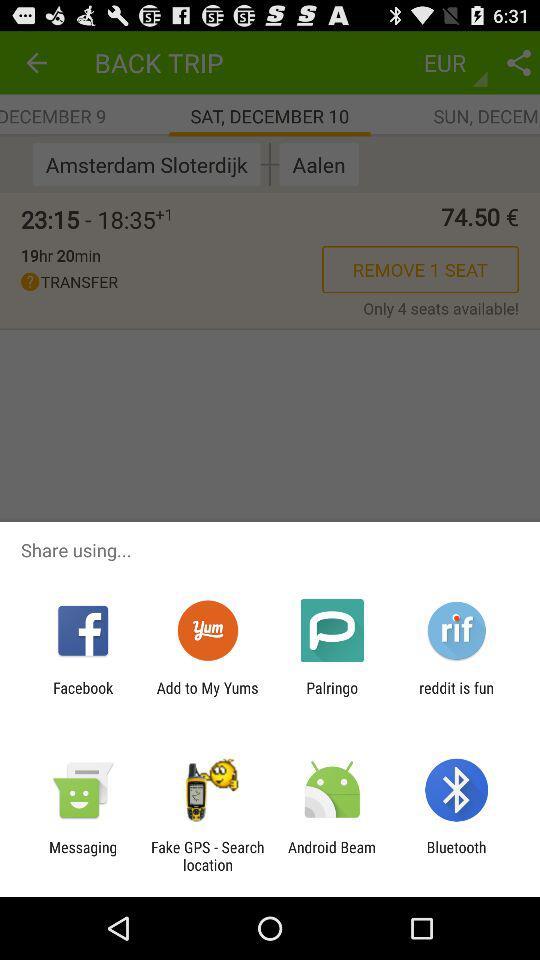 The width and height of the screenshot is (540, 960). I want to click on the app next to the android beam, so click(206, 855).